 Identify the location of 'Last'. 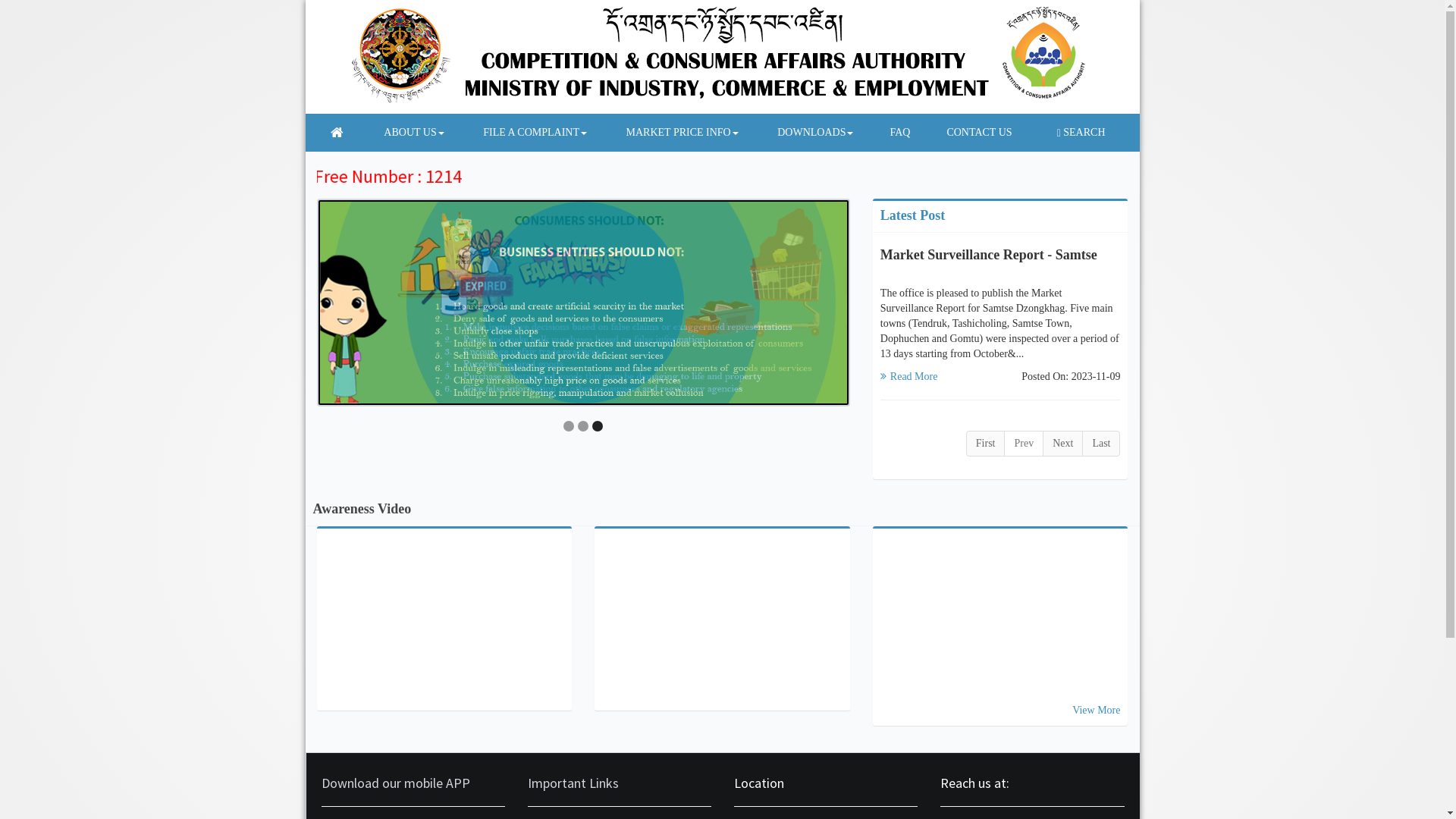
(1101, 444).